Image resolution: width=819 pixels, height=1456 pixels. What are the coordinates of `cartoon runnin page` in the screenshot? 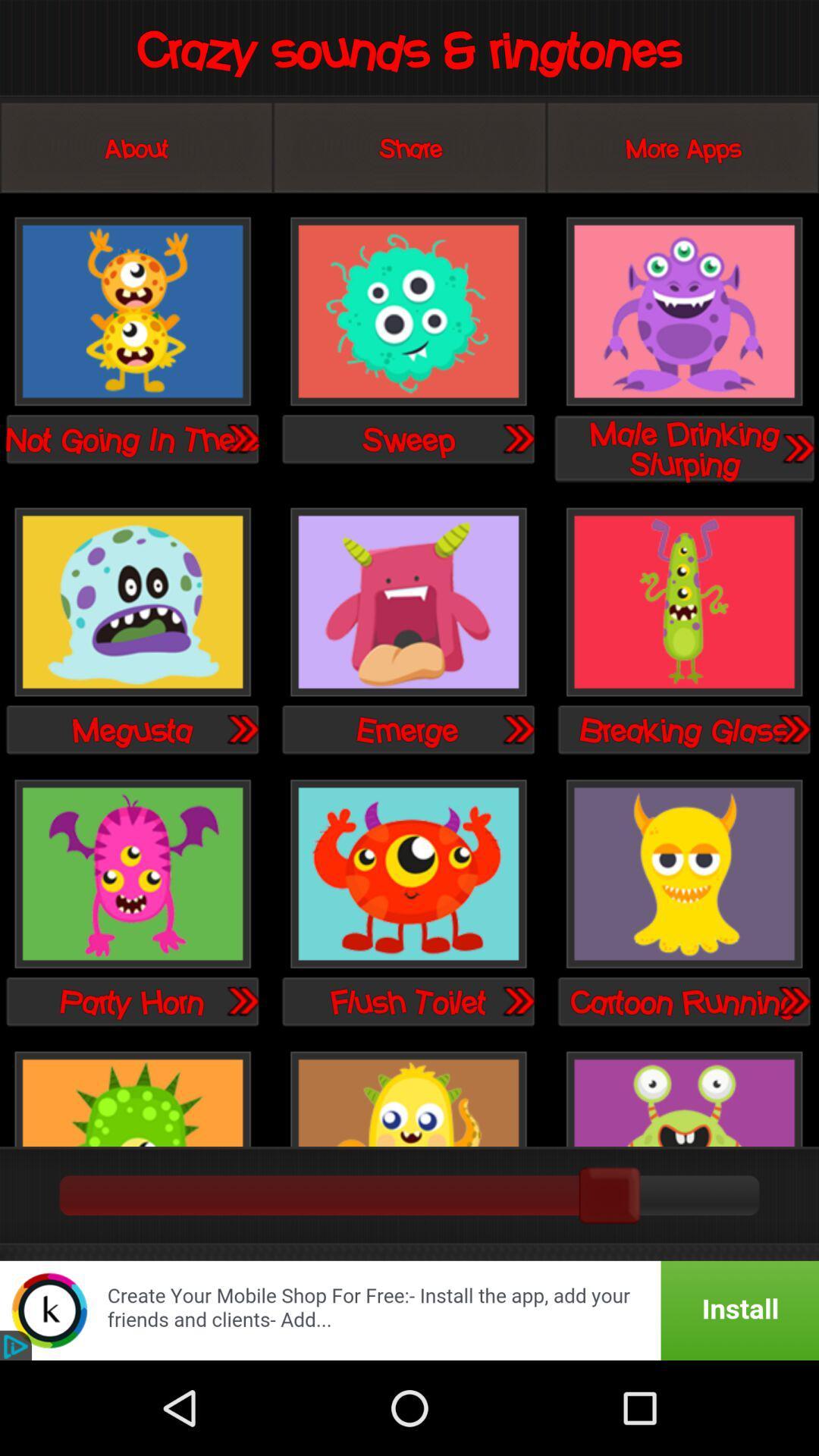 It's located at (792, 1001).